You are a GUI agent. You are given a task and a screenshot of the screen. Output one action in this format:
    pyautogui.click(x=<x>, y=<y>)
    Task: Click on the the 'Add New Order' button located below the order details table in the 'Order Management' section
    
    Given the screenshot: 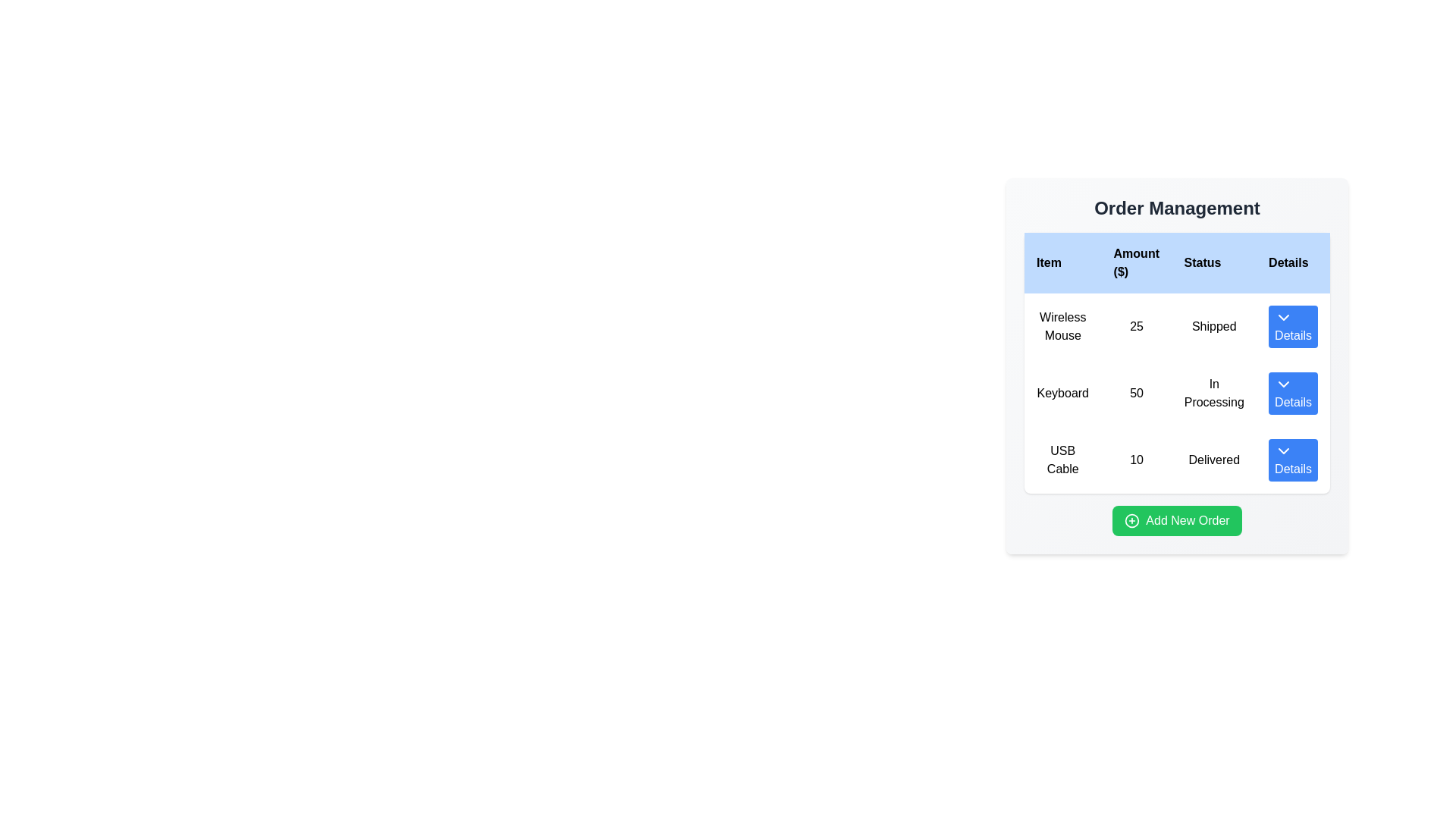 What is the action you would take?
    pyautogui.click(x=1176, y=519)
    